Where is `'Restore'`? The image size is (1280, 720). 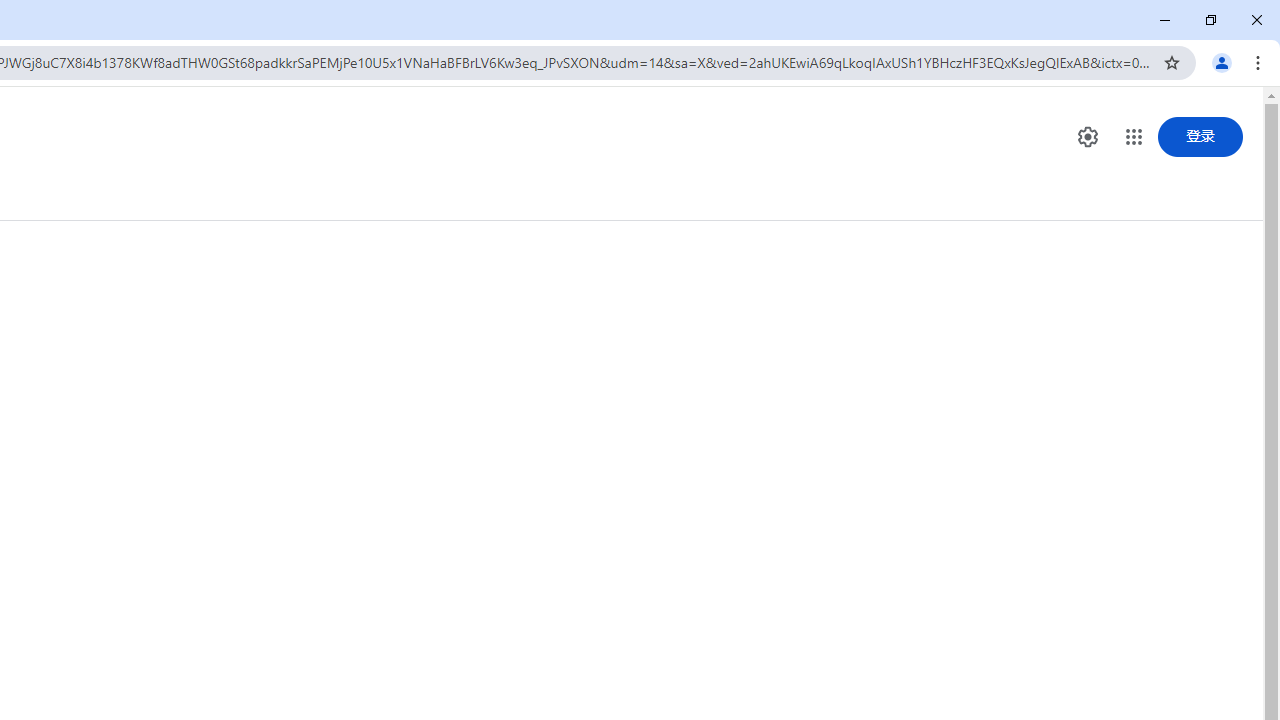 'Restore' is located at coordinates (1209, 20).